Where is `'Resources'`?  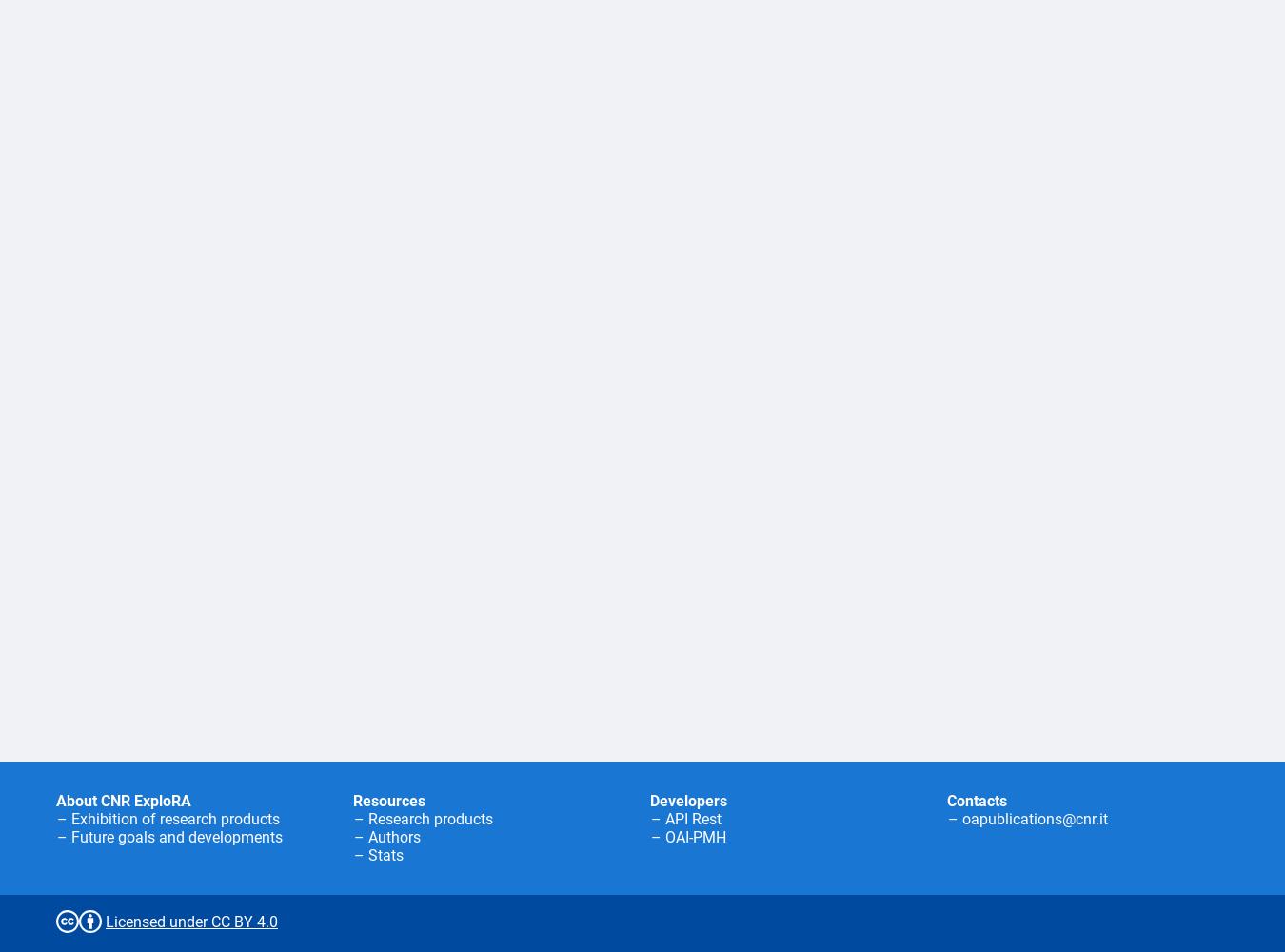 'Resources' is located at coordinates (389, 800).